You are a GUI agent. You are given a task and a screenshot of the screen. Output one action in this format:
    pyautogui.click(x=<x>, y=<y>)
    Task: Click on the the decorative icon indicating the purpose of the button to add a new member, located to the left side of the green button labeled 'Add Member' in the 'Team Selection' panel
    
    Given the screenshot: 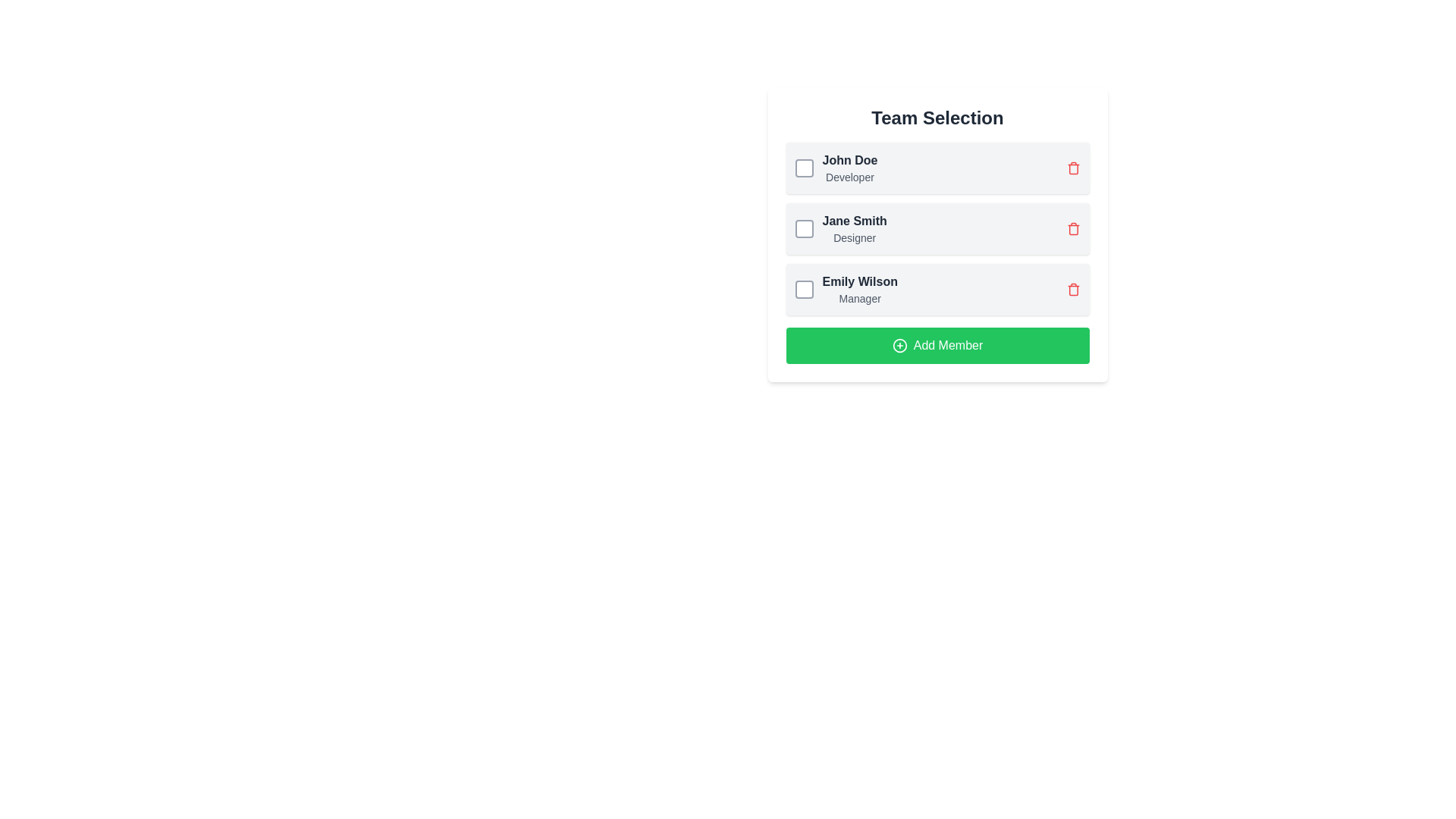 What is the action you would take?
    pyautogui.click(x=899, y=345)
    